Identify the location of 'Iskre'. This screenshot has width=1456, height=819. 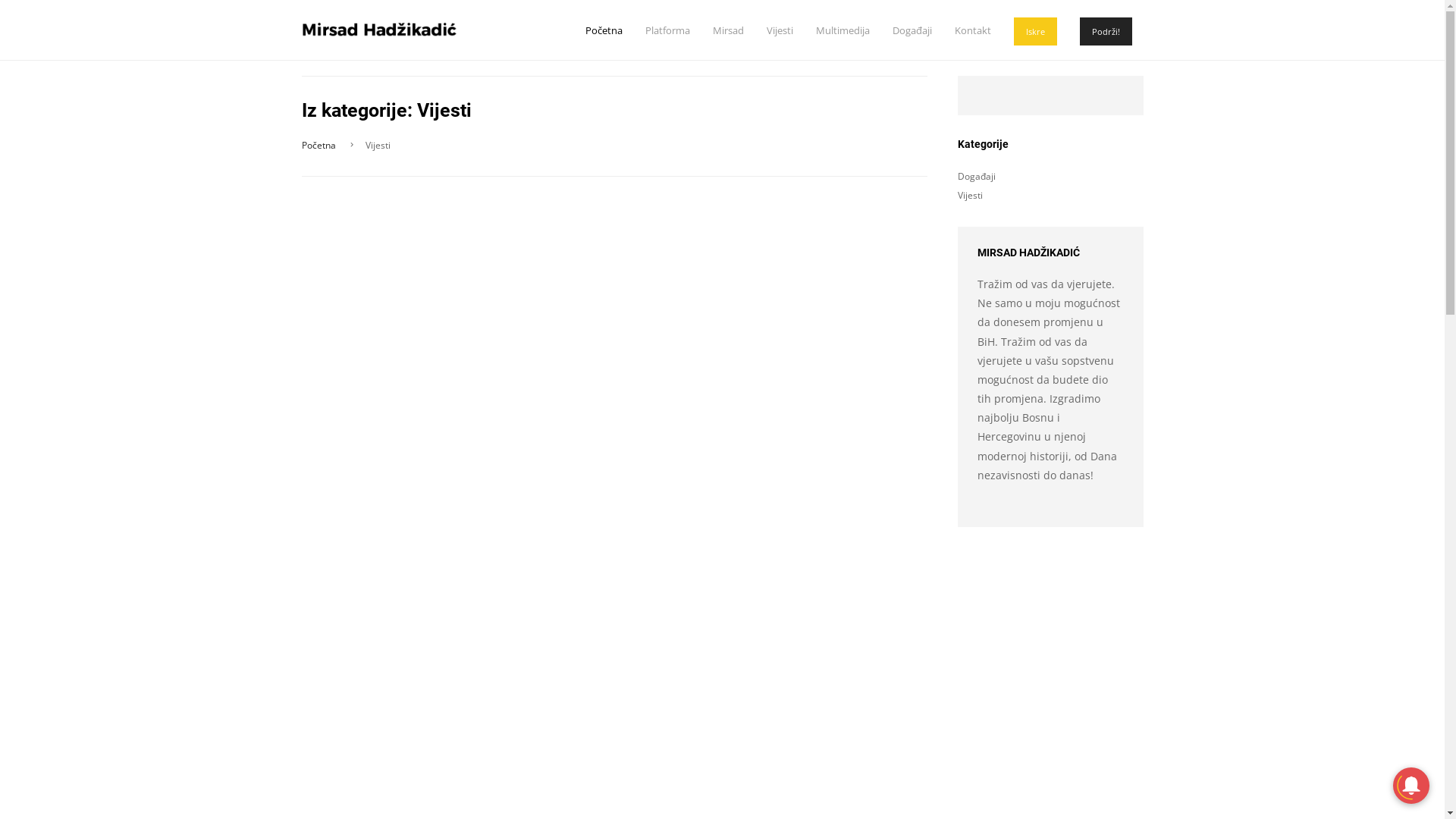
(1034, 31).